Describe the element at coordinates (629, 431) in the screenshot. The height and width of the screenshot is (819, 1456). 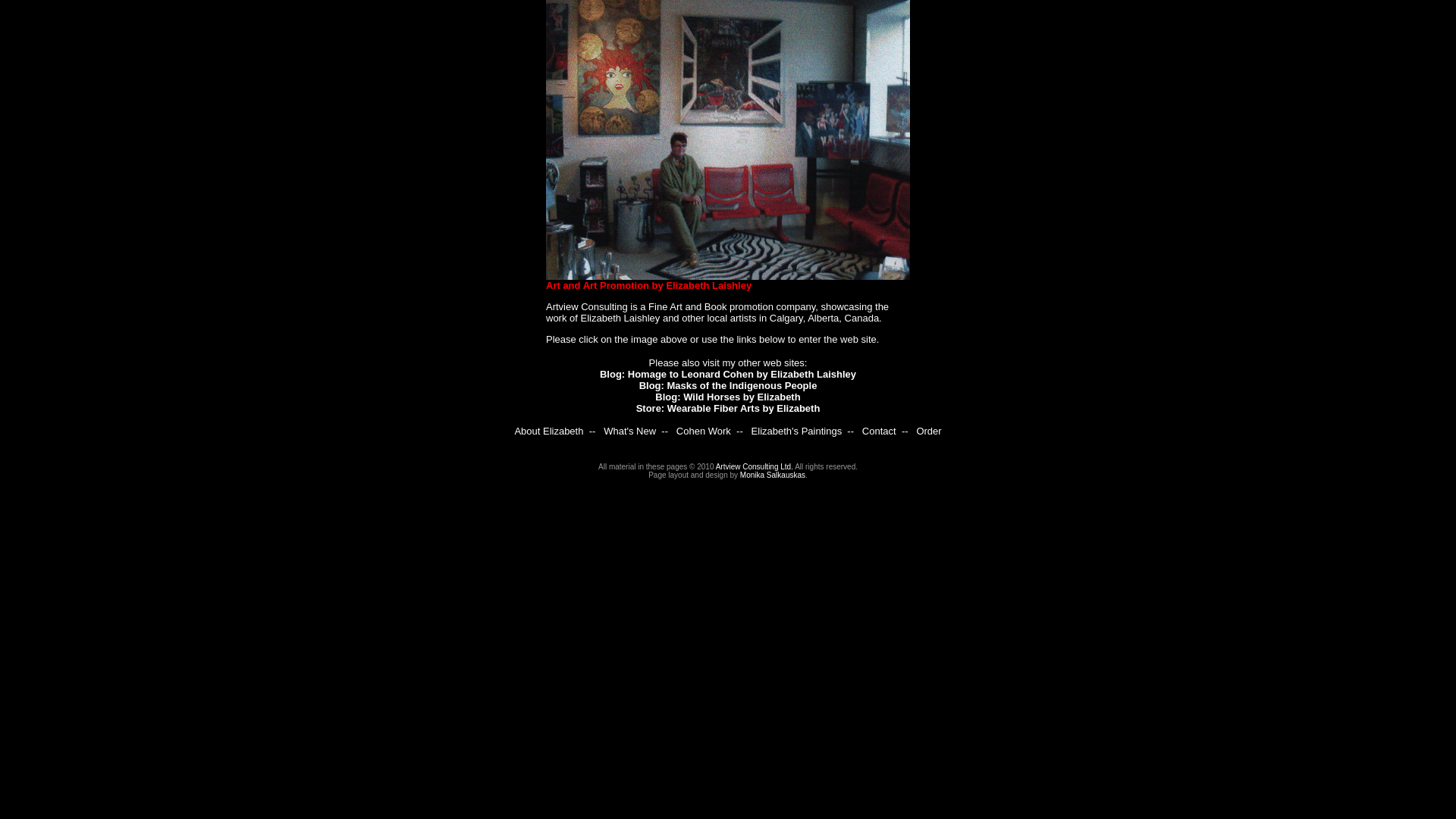
I see `'What's New'` at that location.